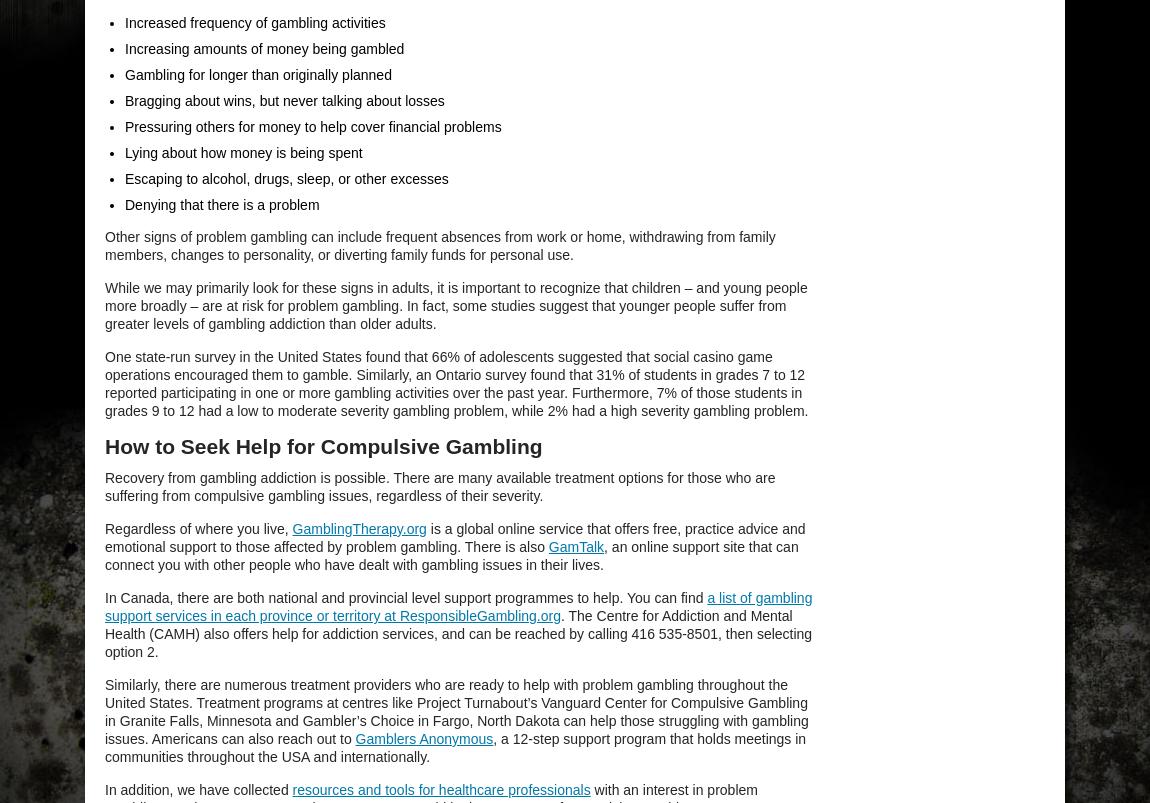 This screenshot has width=1150, height=803. What do you see at coordinates (405, 596) in the screenshot?
I see `'In Canada, there are both national and provincial level support programmes to help. You can find'` at bounding box center [405, 596].